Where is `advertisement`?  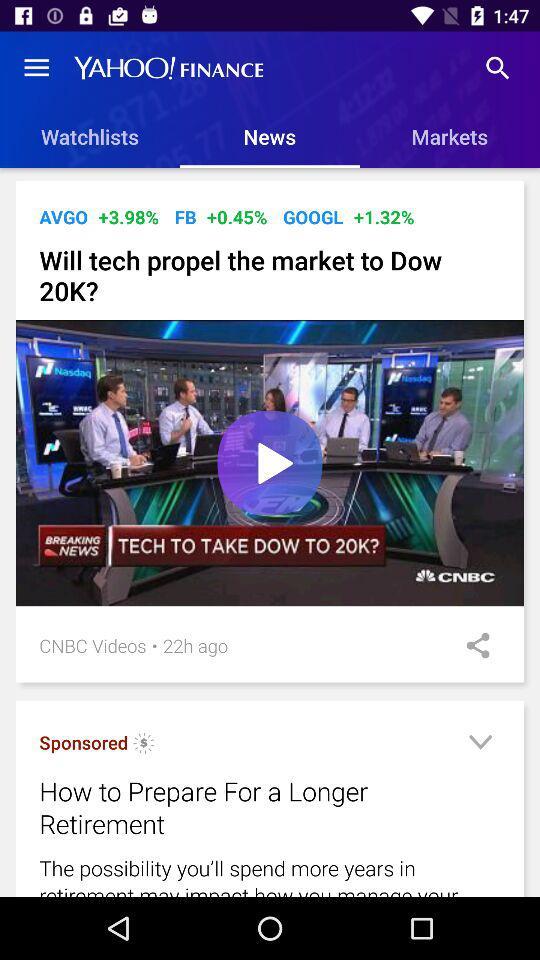
advertisement is located at coordinates (479, 744).